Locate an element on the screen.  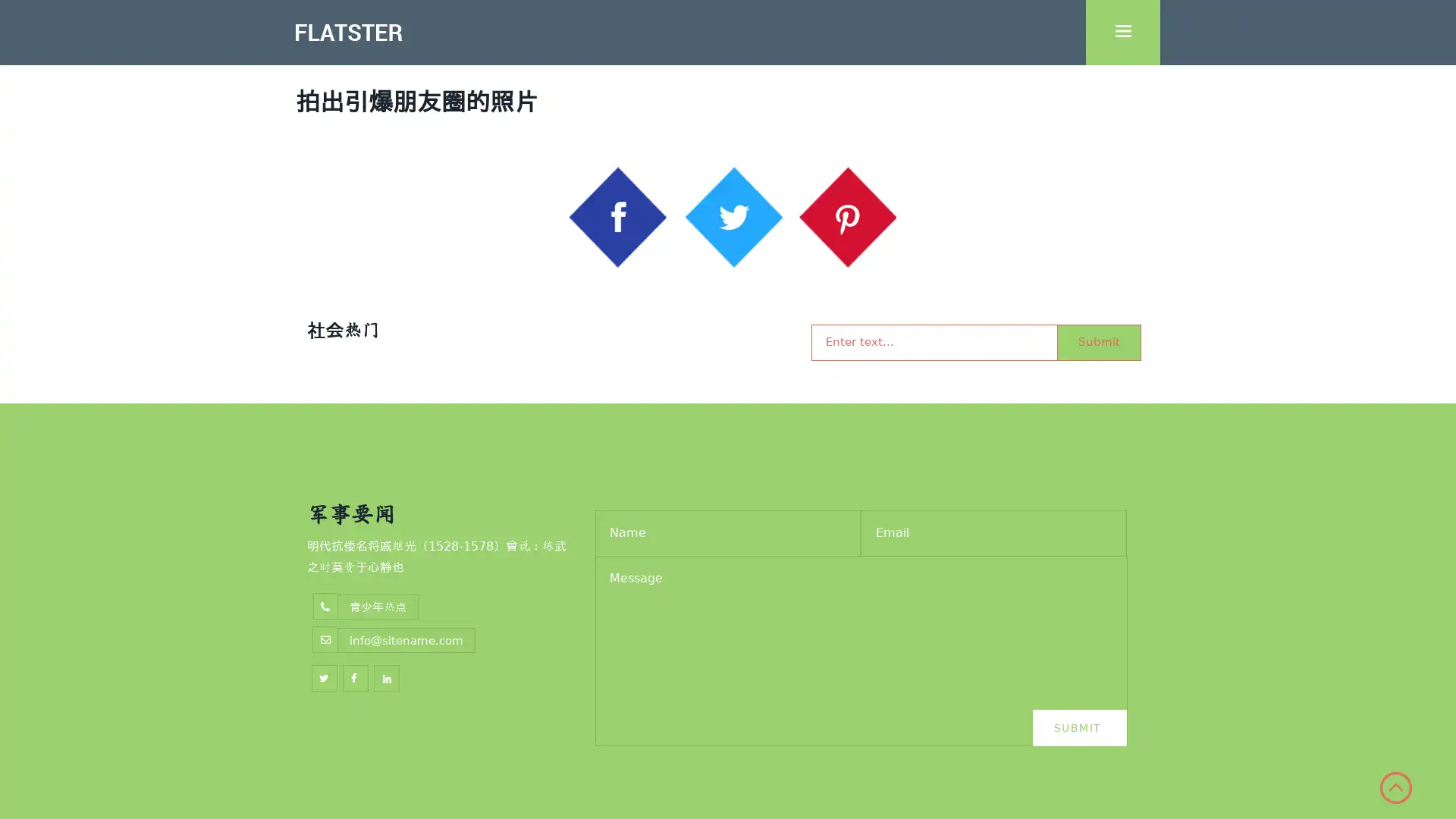
Submit is located at coordinates (1078, 726).